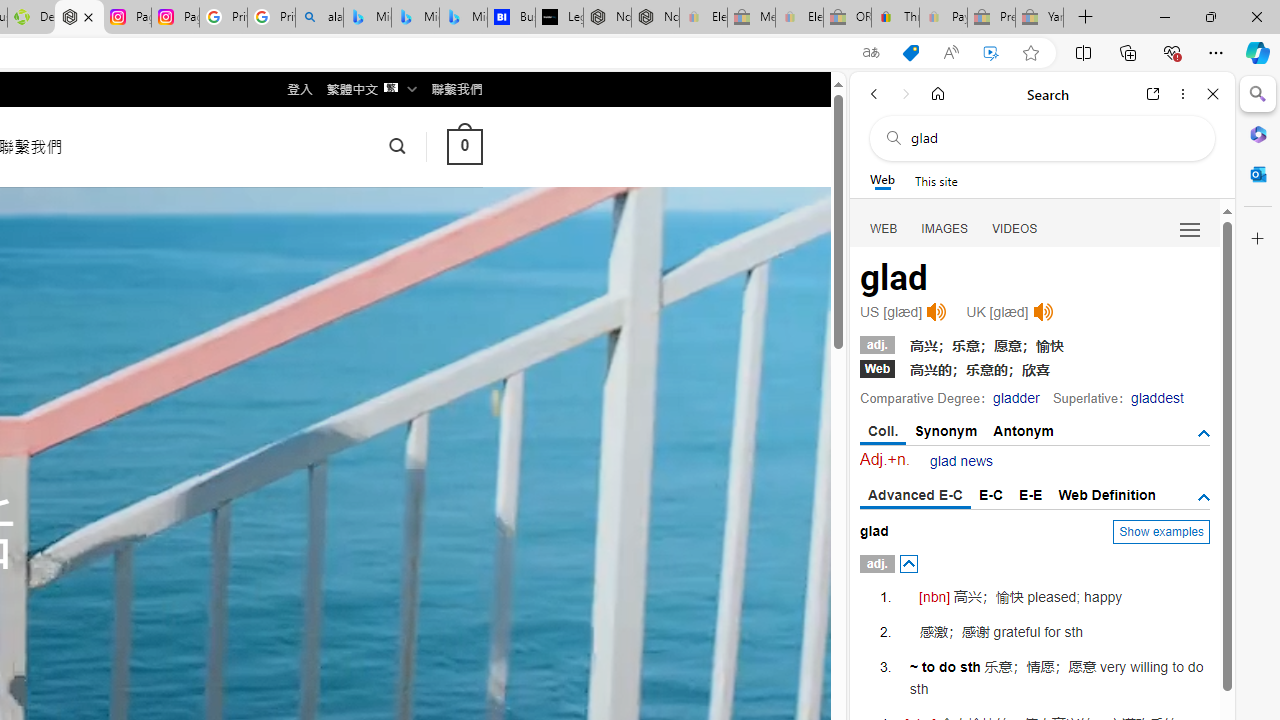  Describe the element at coordinates (881, 180) in the screenshot. I see `'Web scope'` at that location.